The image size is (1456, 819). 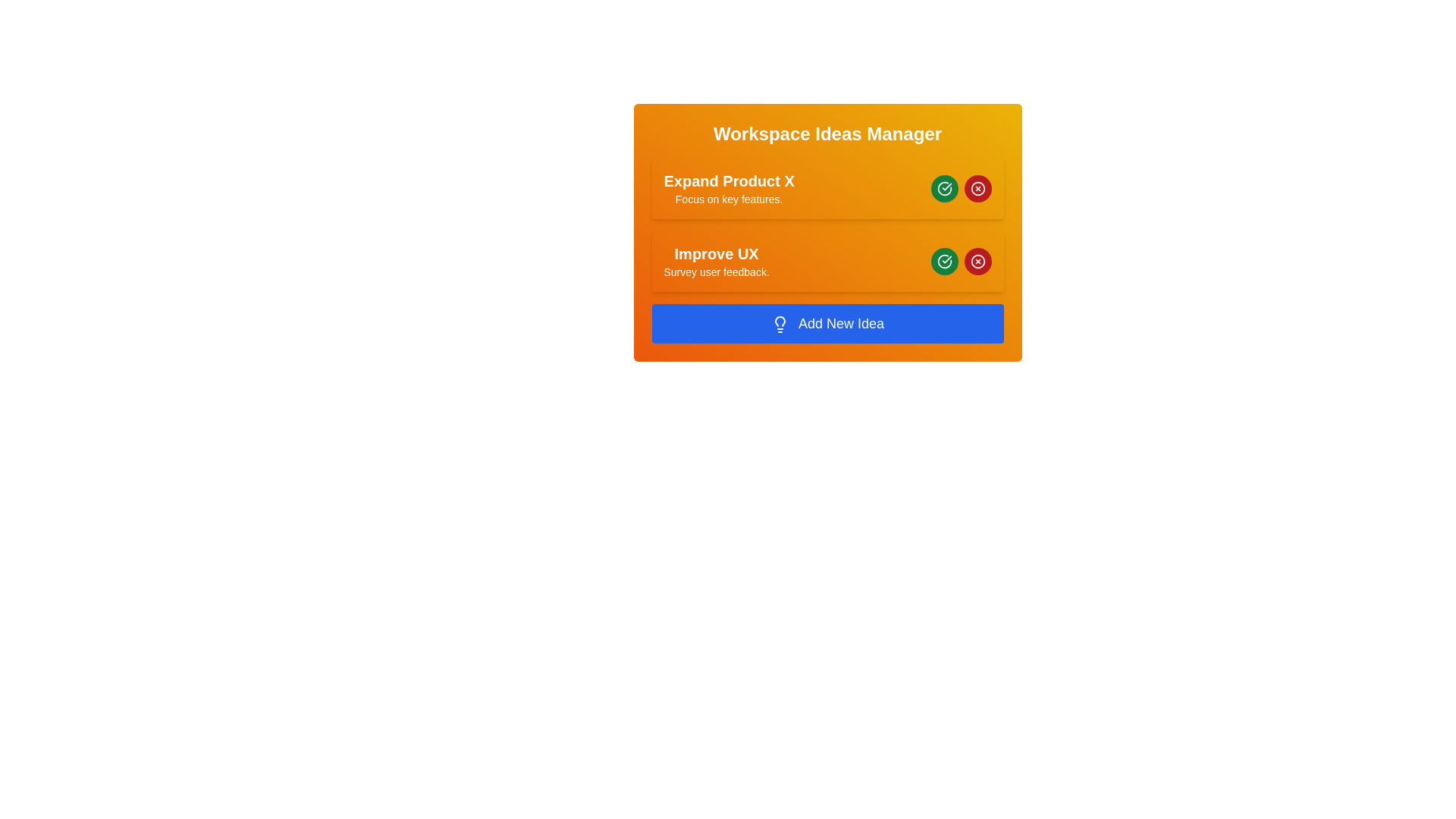 I want to click on the confirmation button located to the right of the 'Expand Product X' text section, which is the first of two interactive circular buttons and is positioned directly left of a similar red button with a cross icon, so click(x=943, y=188).